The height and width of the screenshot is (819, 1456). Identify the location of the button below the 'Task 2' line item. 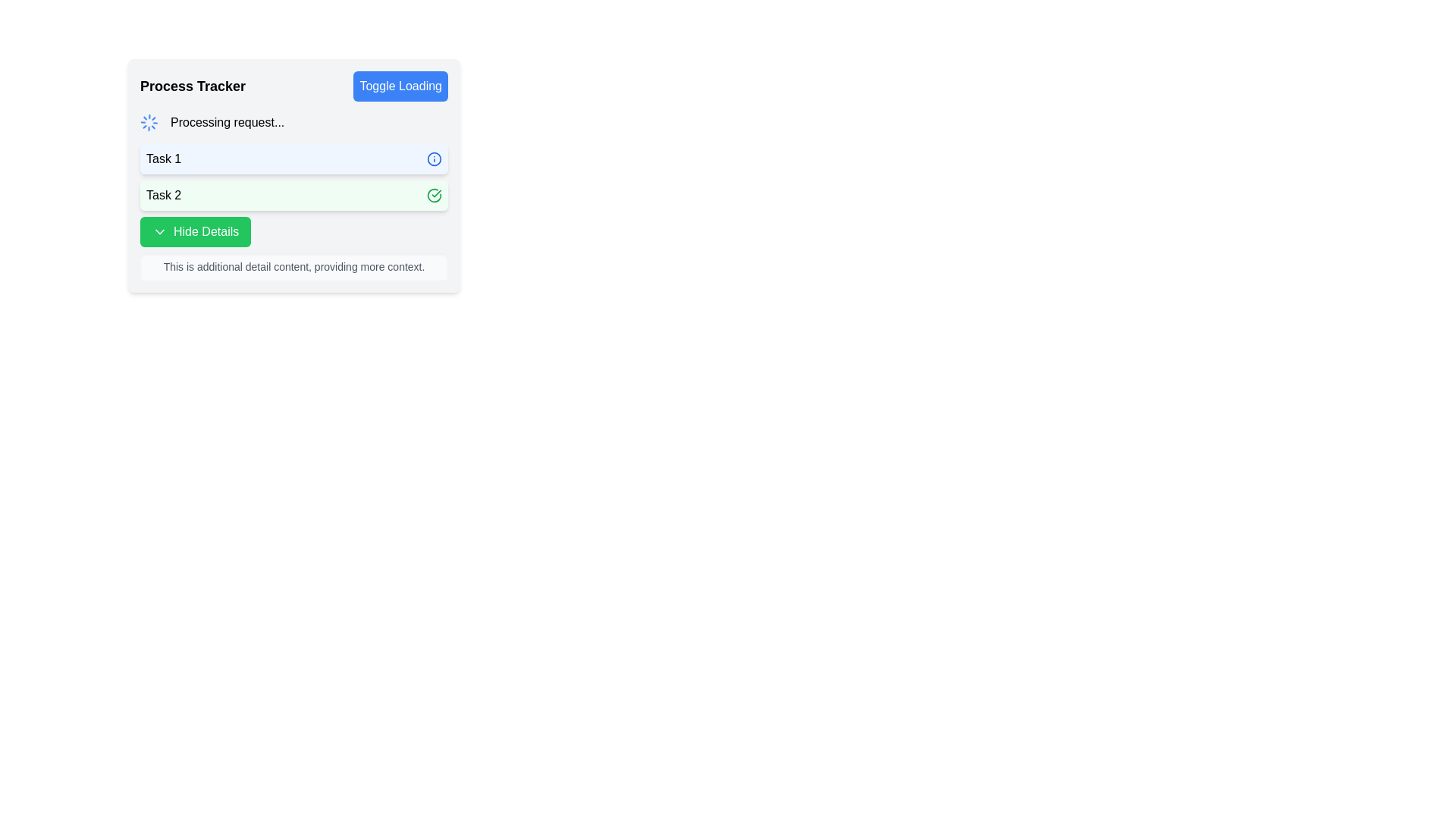
(195, 231).